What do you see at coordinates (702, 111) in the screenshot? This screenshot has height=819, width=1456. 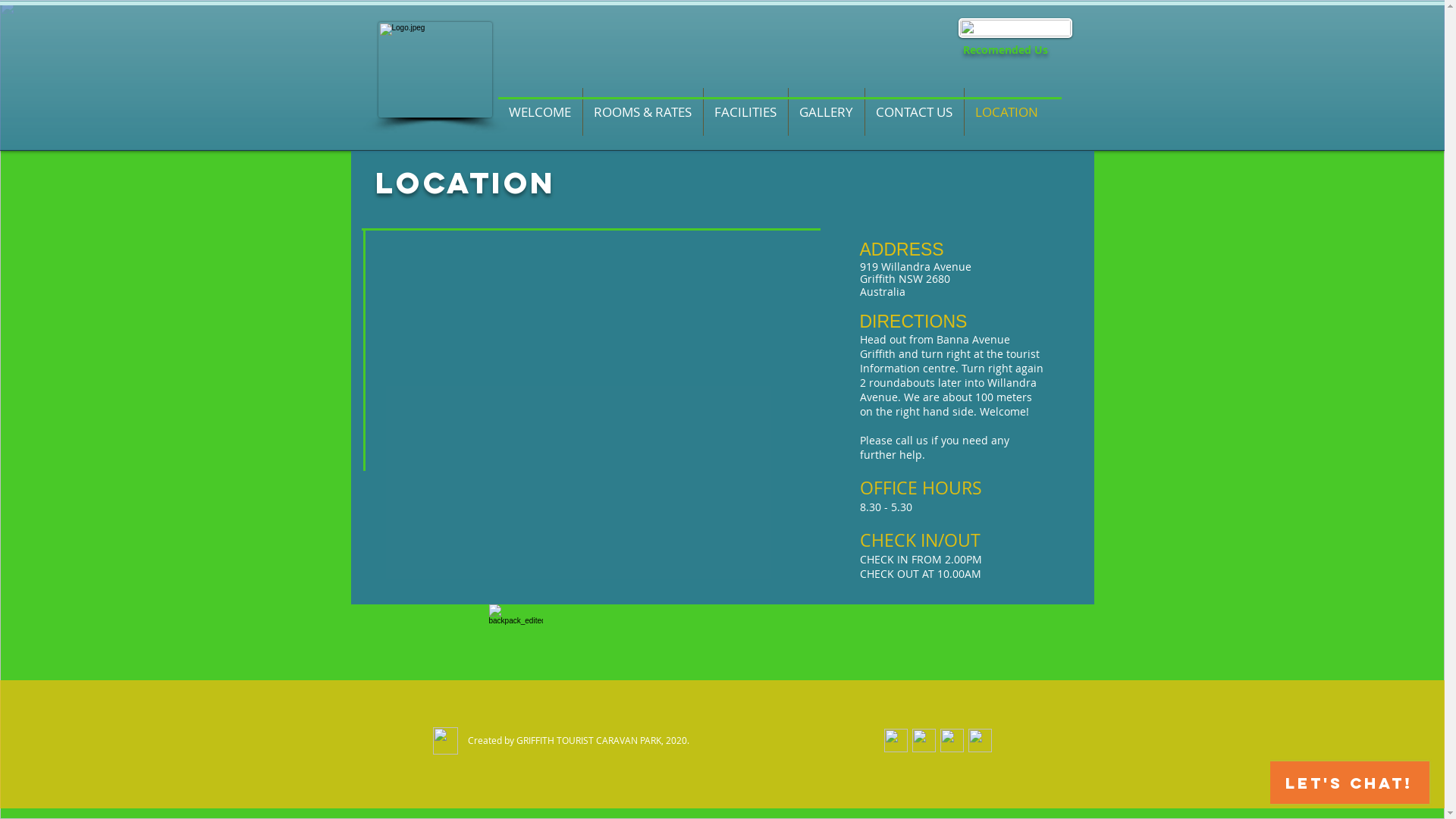 I see `'FACILITIES'` at bounding box center [702, 111].